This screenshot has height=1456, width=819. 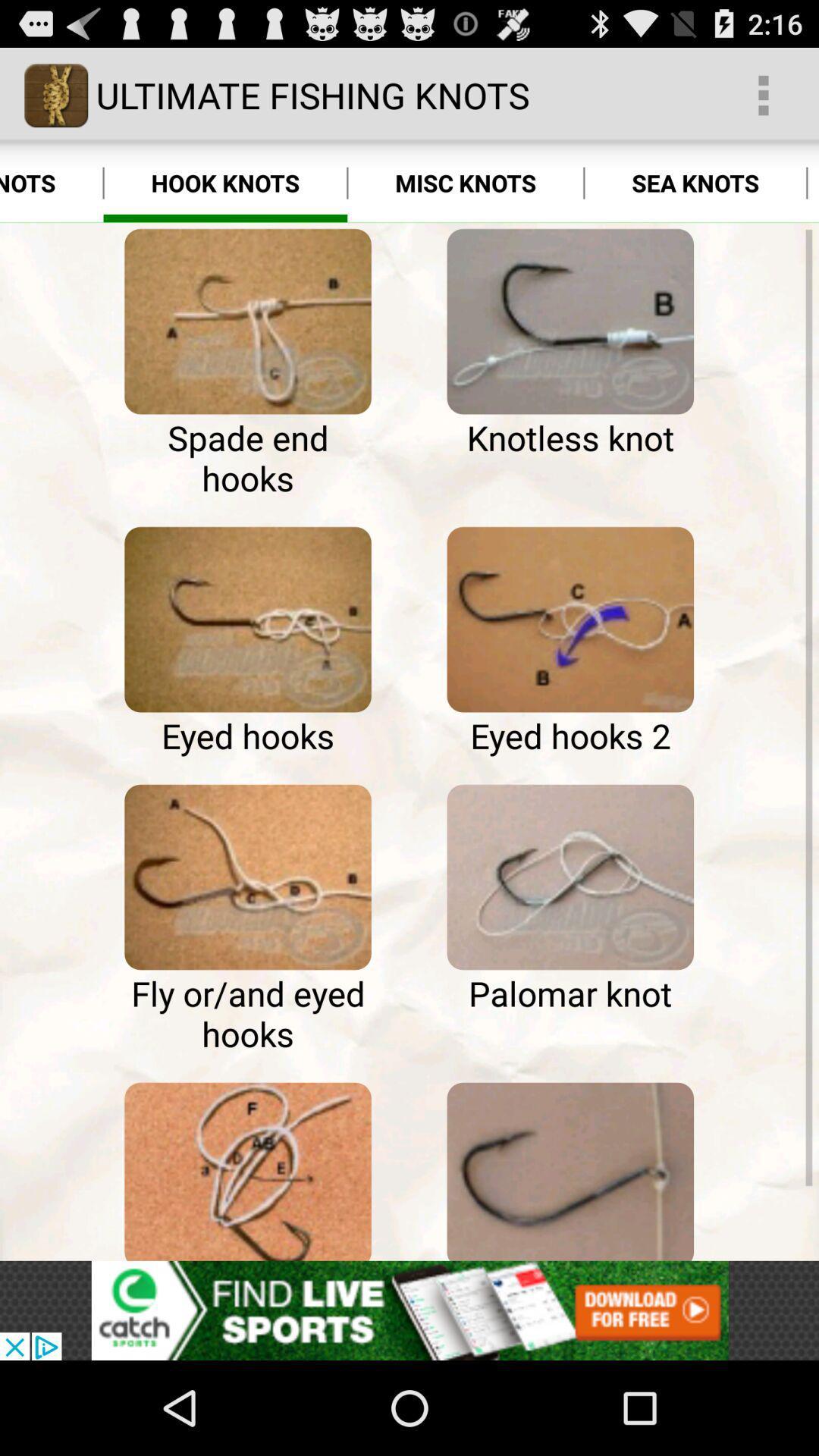 What do you see at coordinates (409, 1310) in the screenshot?
I see `advatisment` at bounding box center [409, 1310].